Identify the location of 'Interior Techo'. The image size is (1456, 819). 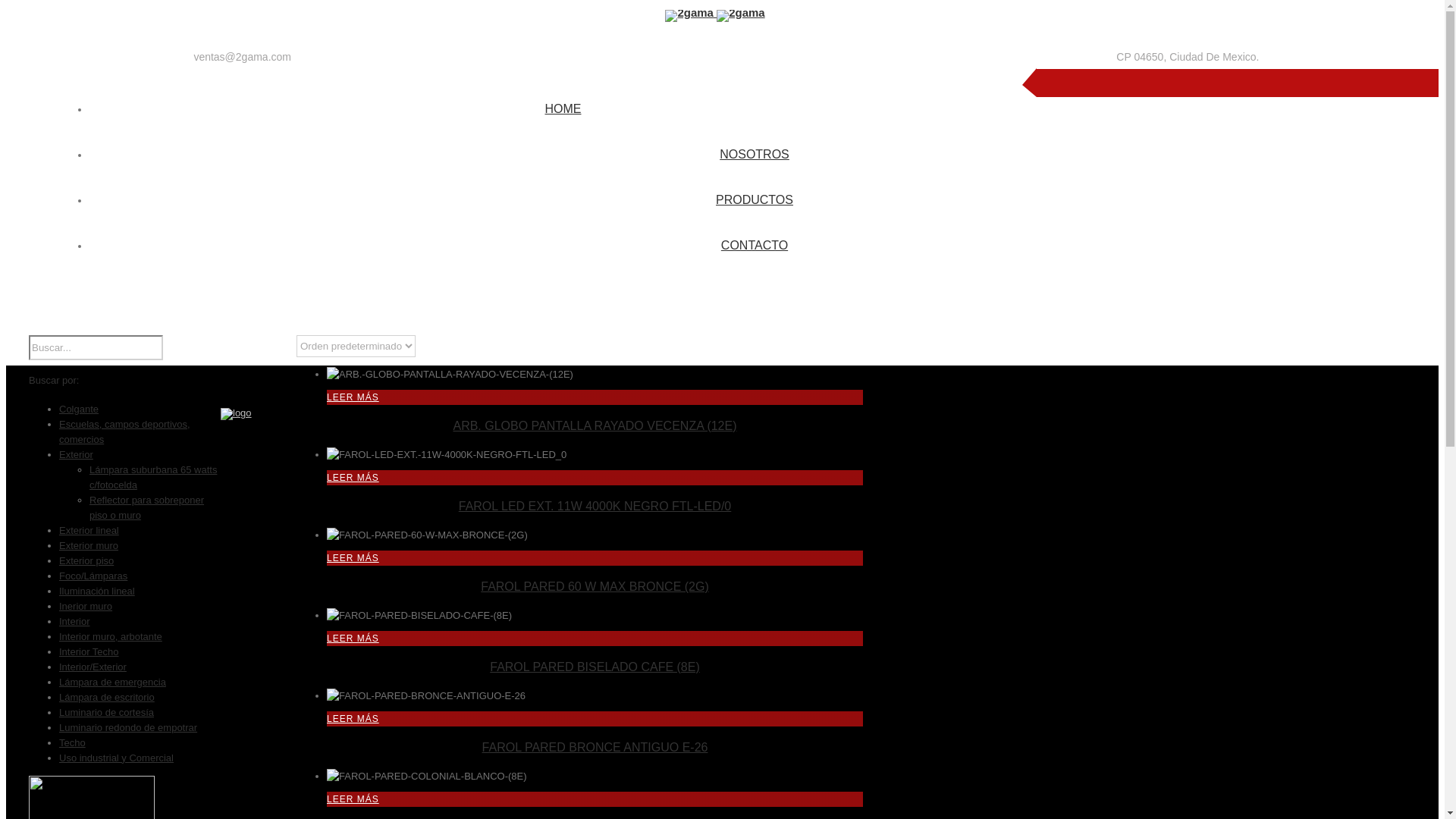
(88, 651).